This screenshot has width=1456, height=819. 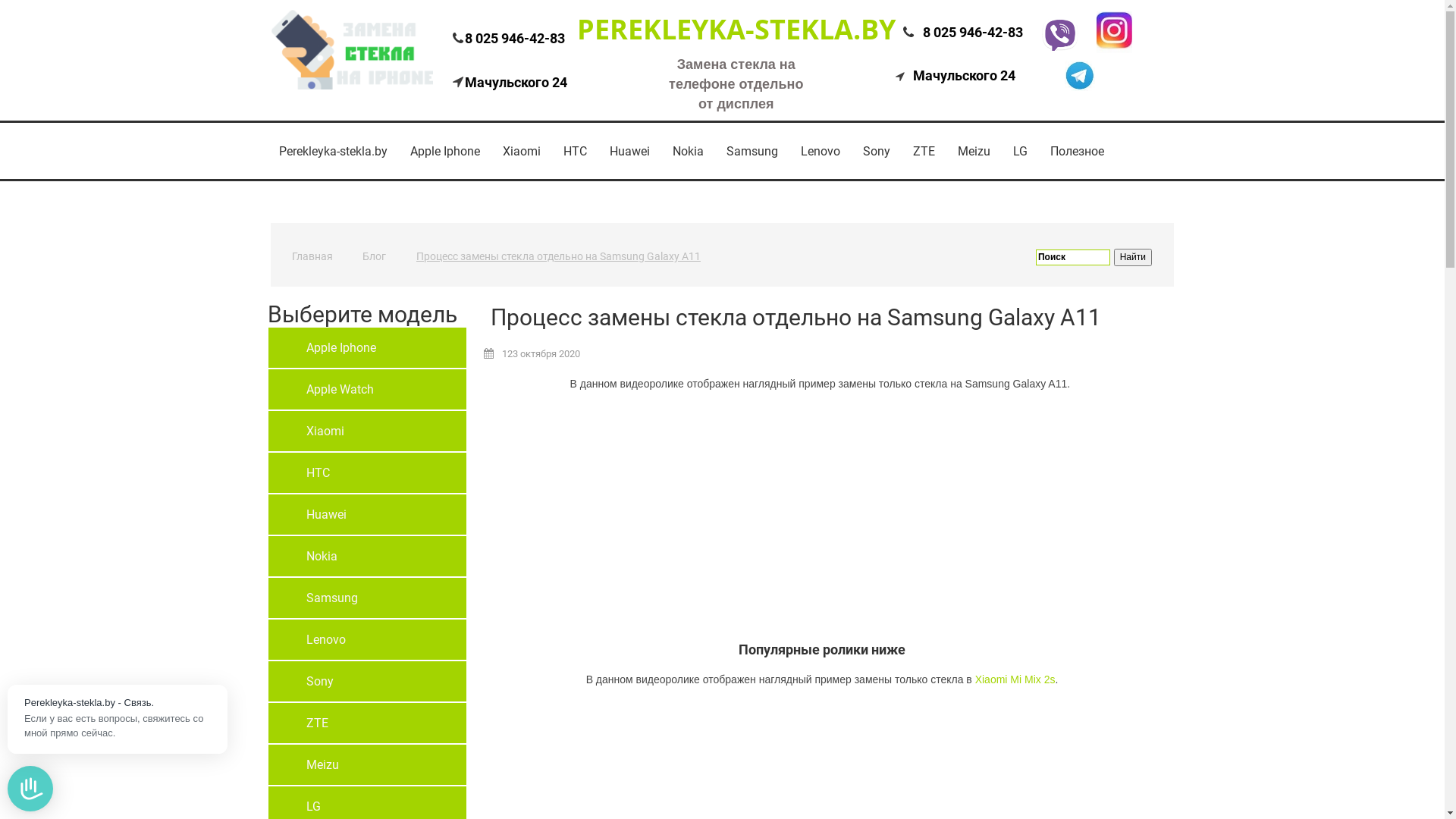 I want to click on 'Perekleyka-stekla.by', so click(x=331, y=152).